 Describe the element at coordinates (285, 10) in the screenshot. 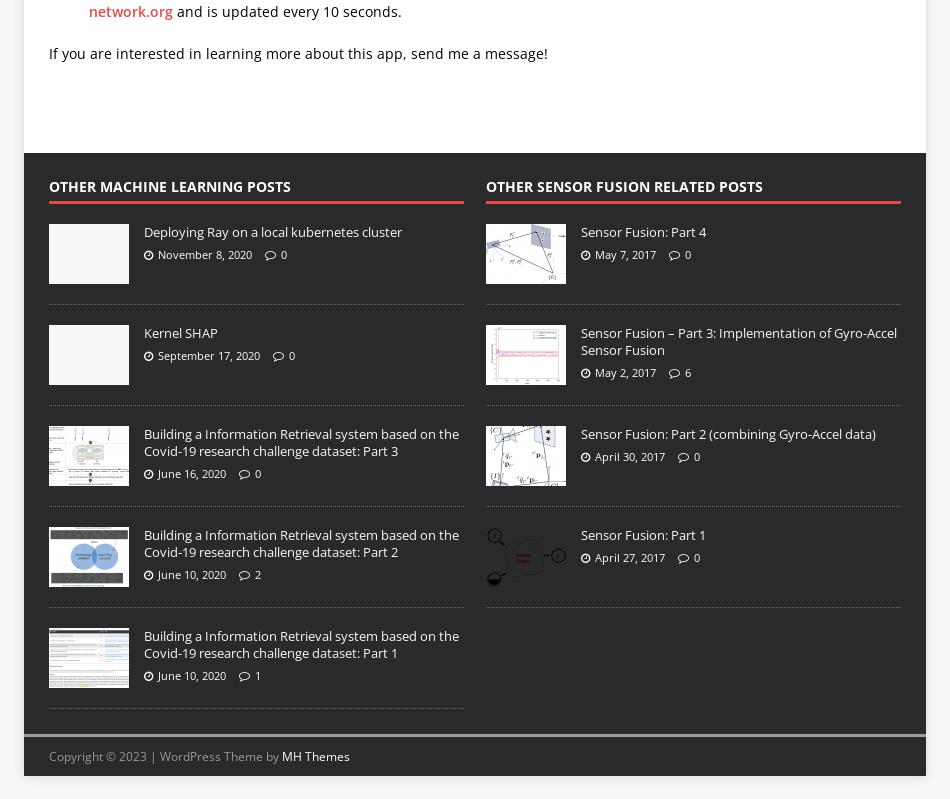

I see `'and is updated every 10 seconds.'` at that location.